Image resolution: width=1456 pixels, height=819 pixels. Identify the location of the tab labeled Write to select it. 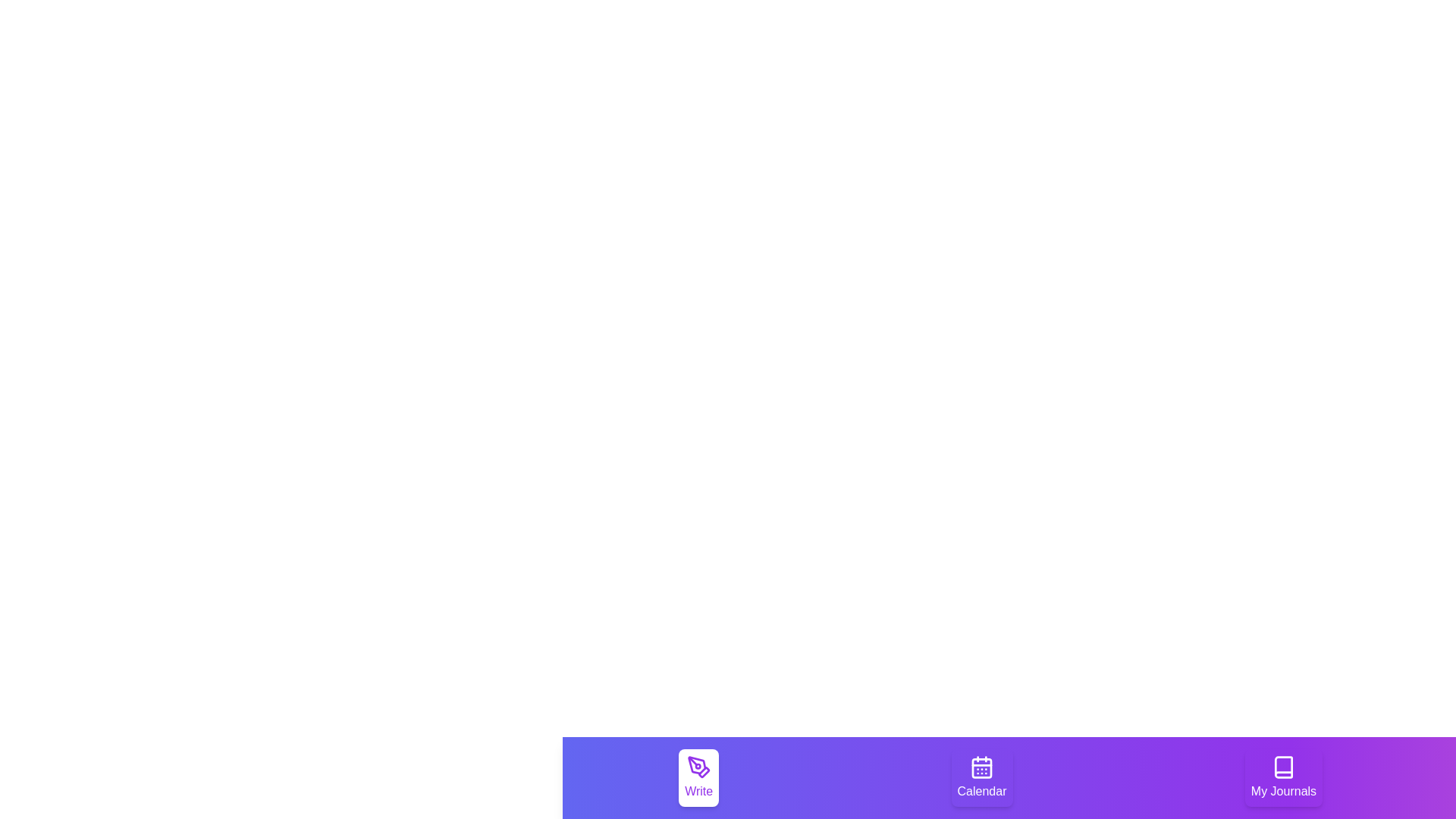
(698, 778).